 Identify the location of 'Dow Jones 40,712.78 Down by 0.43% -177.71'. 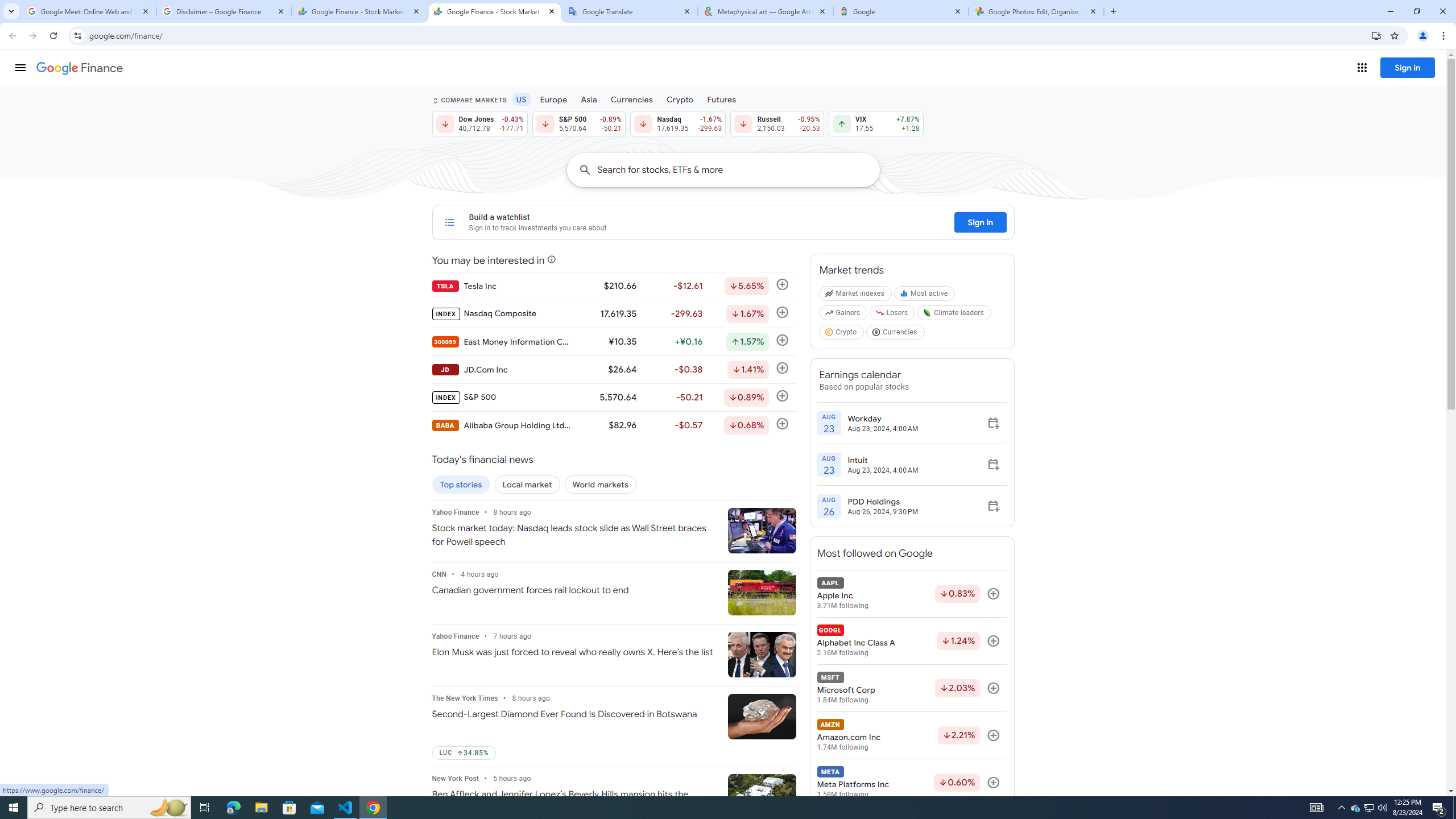
(478, 123).